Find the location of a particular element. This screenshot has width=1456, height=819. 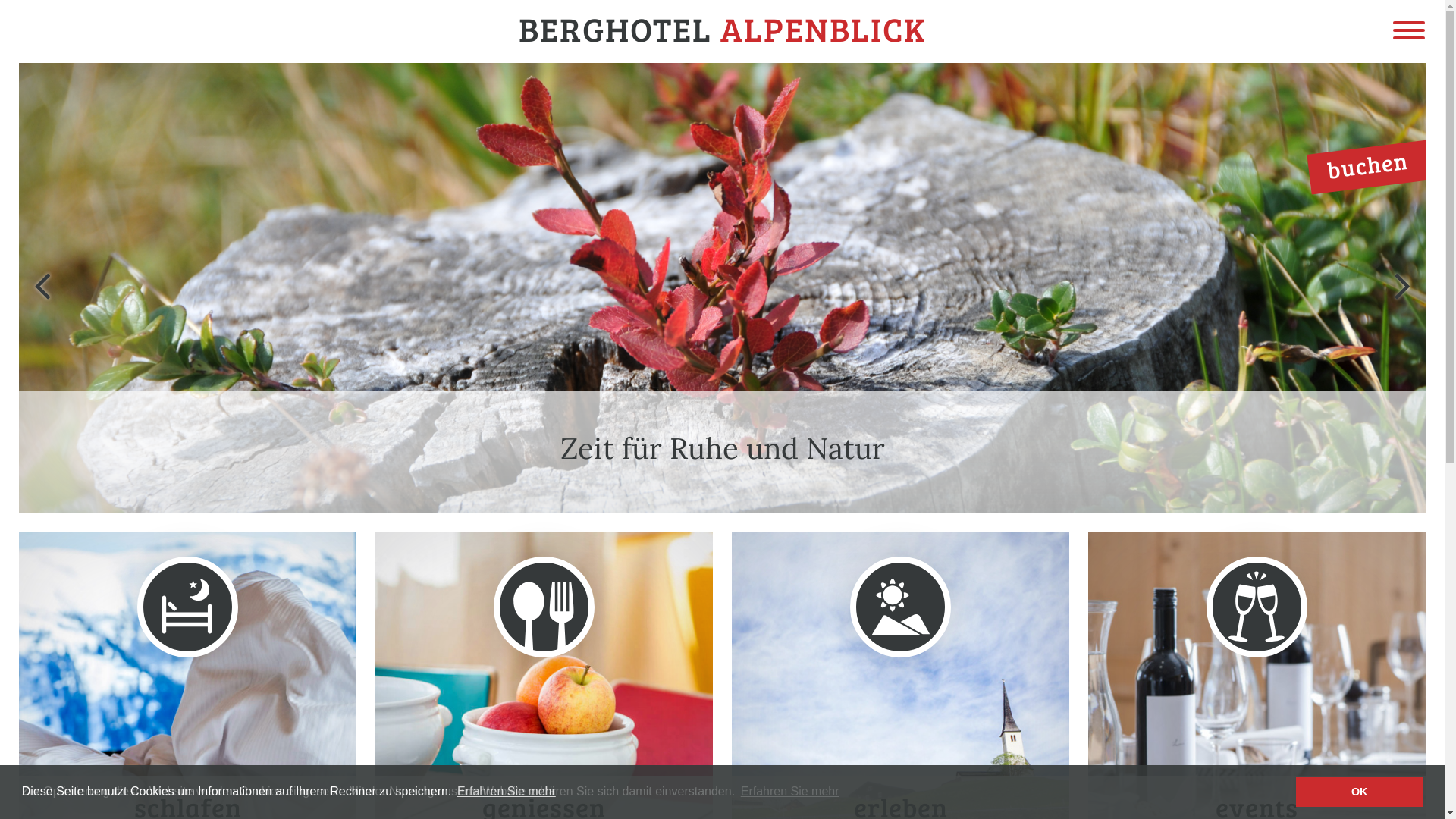

'Erfahren Sie mehr' is located at coordinates (454, 791).